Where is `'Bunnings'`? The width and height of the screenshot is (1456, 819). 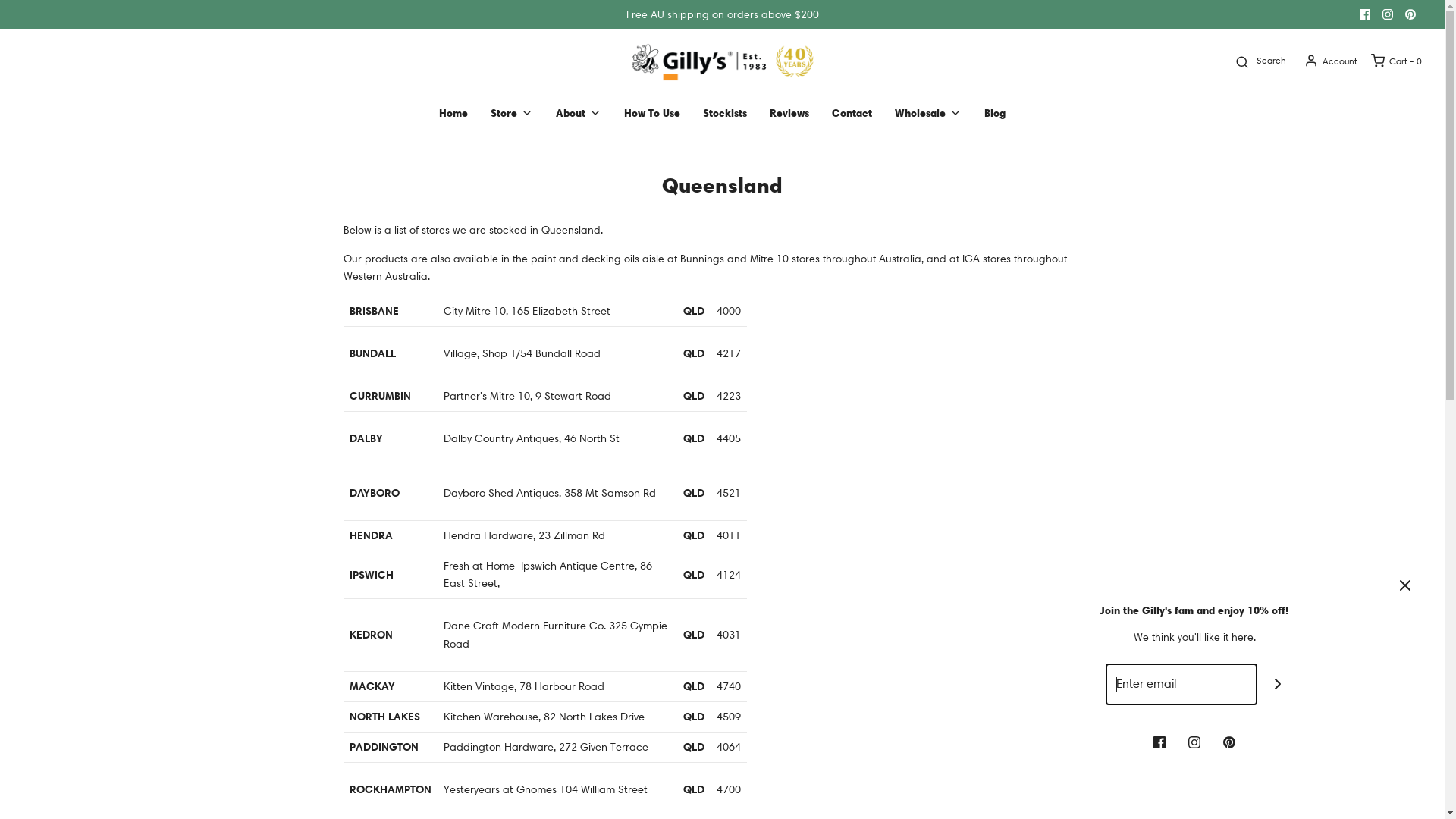
'Bunnings' is located at coordinates (701, 257).